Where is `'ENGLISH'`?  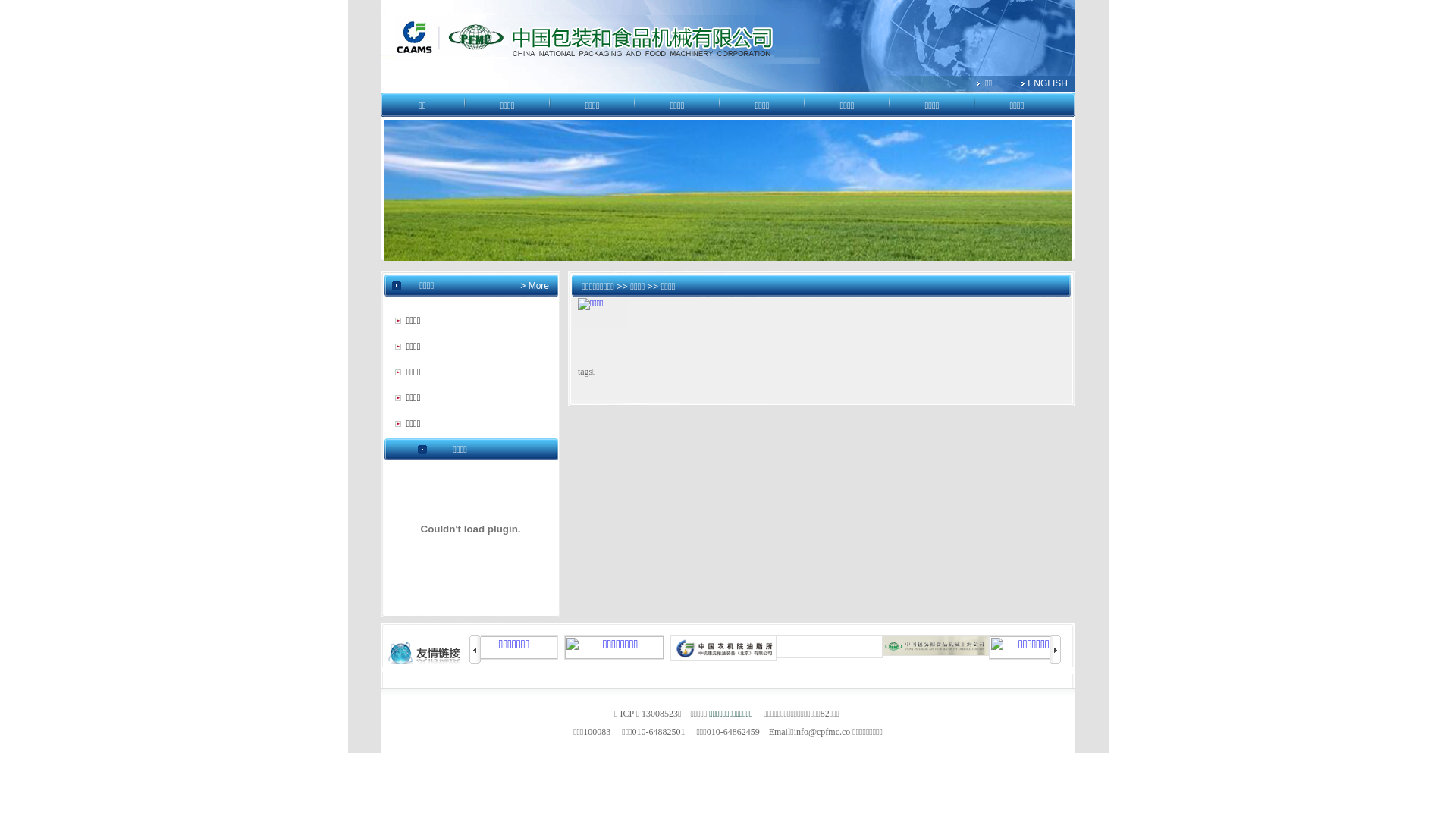
'ENGLISH' is located at coordinates (1046, 83).